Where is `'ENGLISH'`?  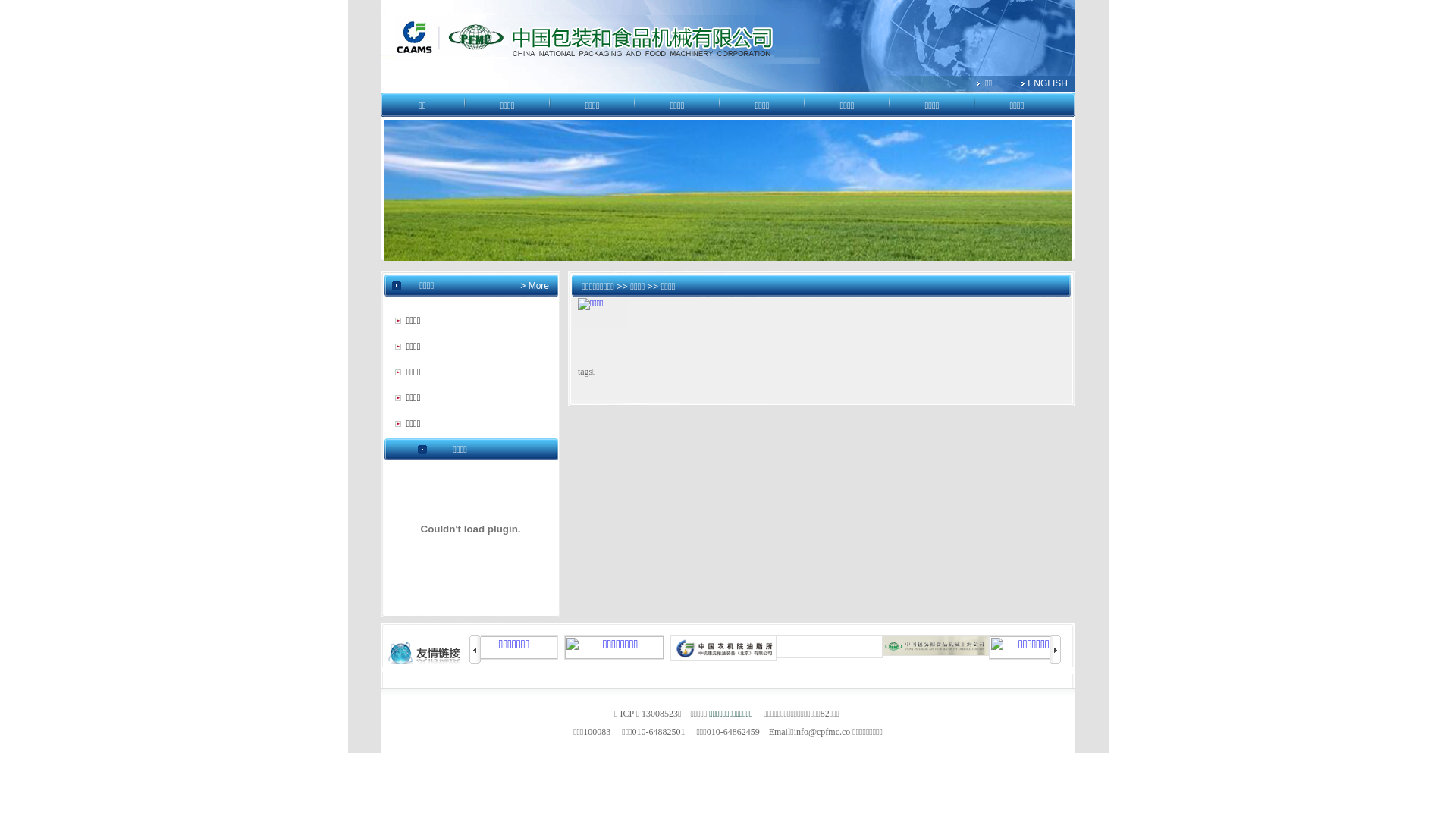
'ENGLISH' is located at coordinates (1046, 83).